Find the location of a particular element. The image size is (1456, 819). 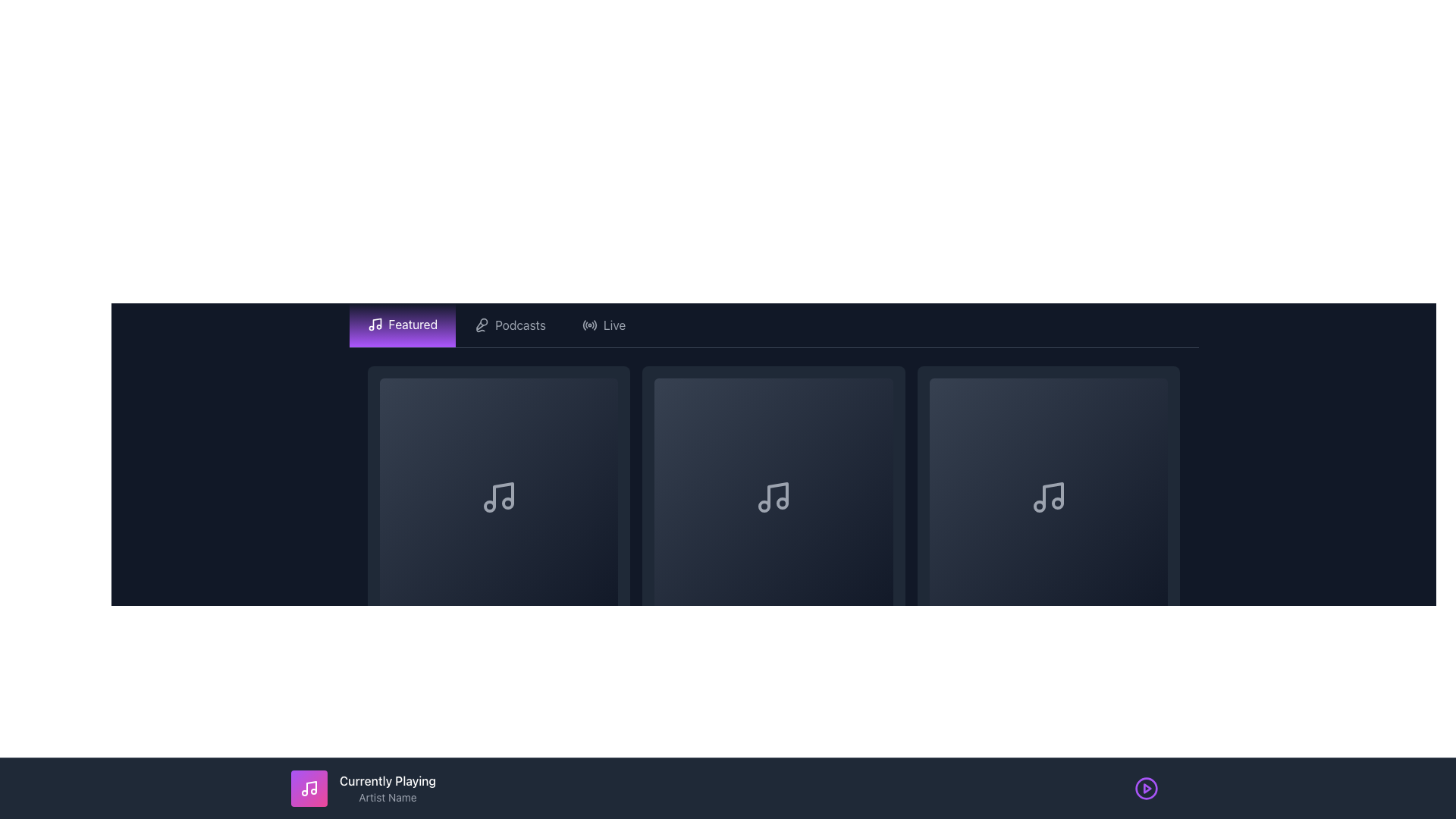

the triangular play icon within the purple circular control located at the bottom-right corner of the music player interface is located at coordinates (1147, 788).